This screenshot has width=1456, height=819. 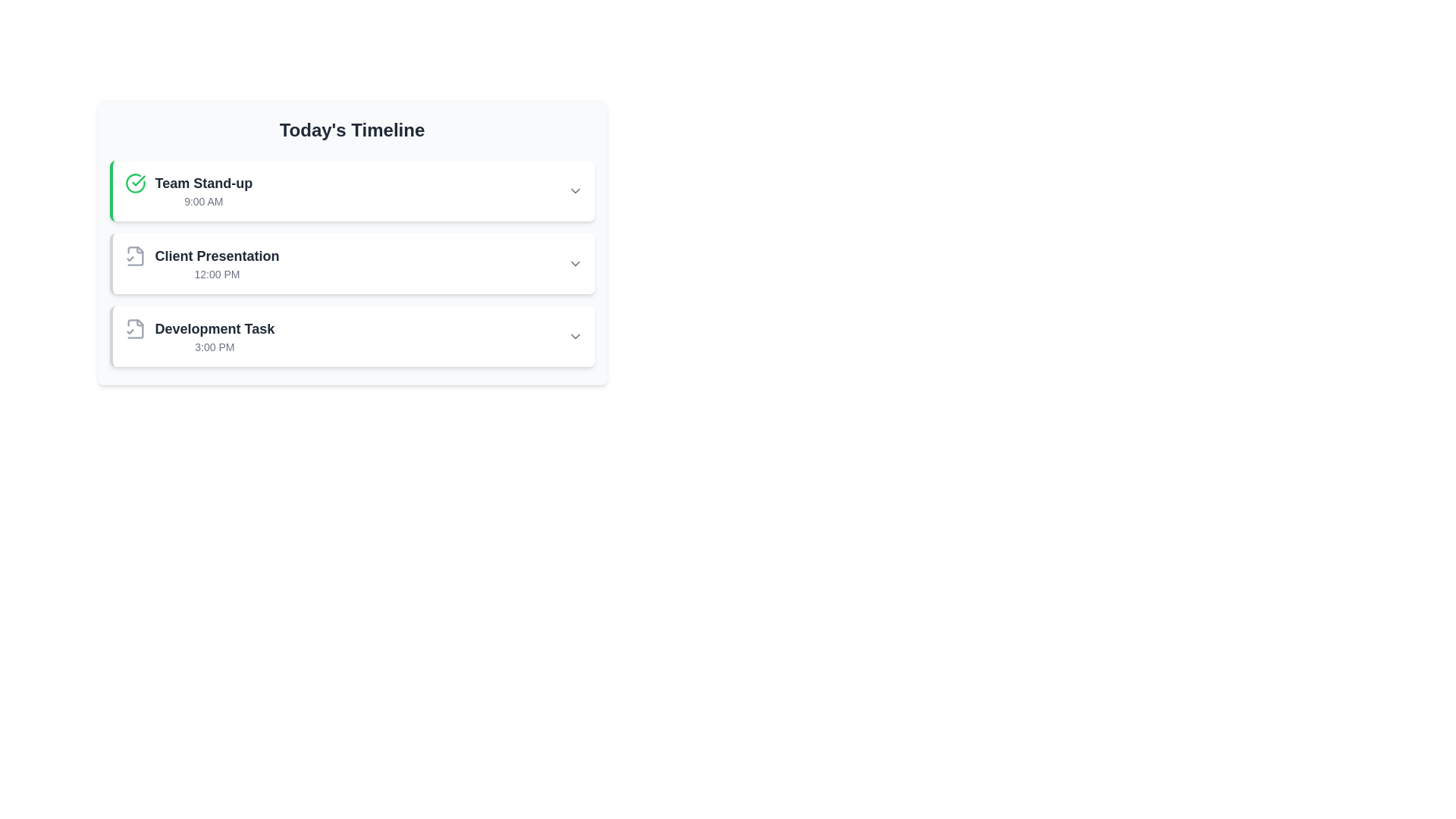 I want to click on the static text label displaying '12:00 PM' located below the 'Client Presentation' header in the timeline card, so click(x=216, y=275).